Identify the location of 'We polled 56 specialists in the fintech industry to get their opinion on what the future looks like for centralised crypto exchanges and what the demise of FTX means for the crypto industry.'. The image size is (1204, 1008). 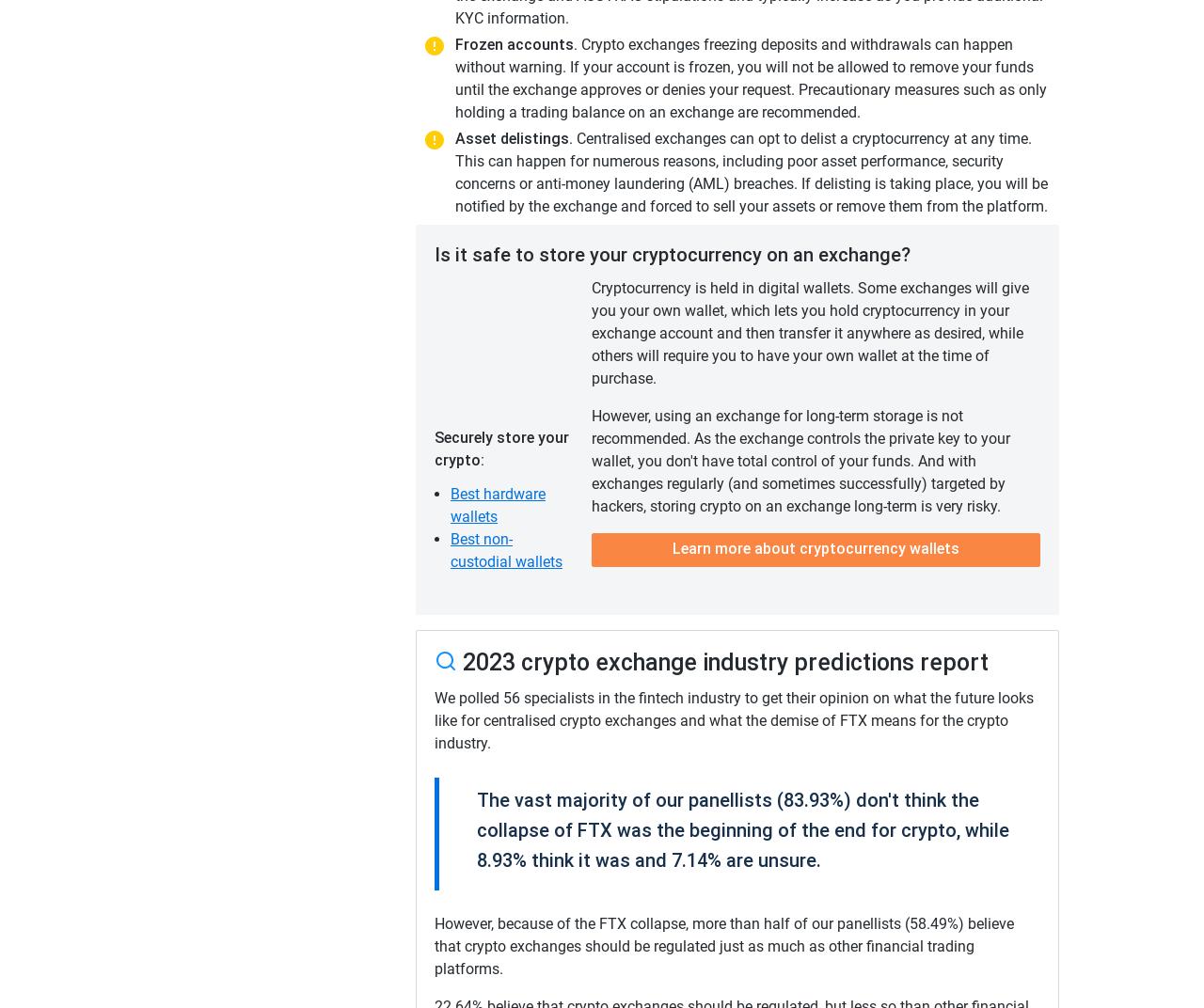
(733, 720).